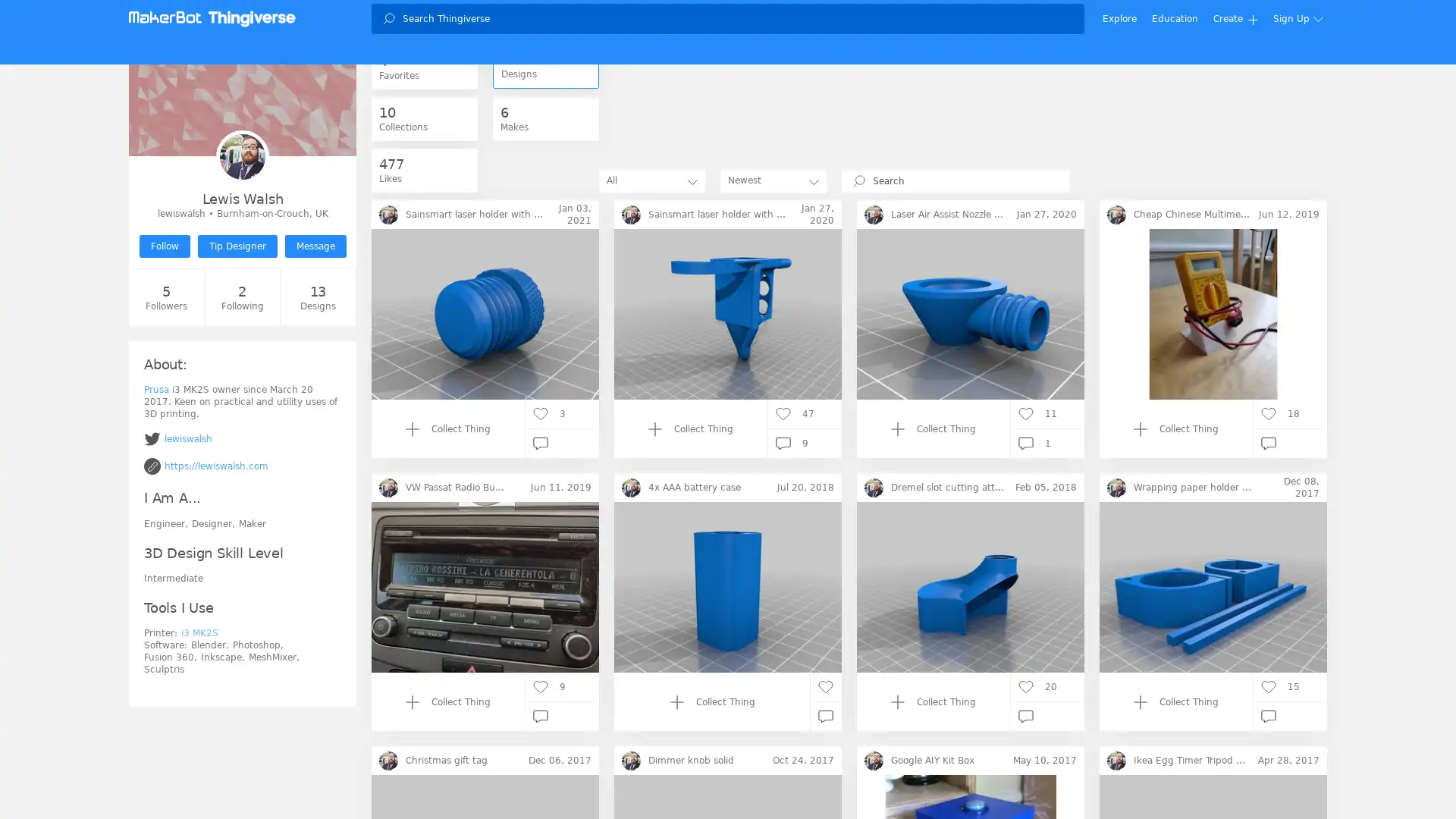 This screenshot has width=1456, height=819. I want to click on Newest, so click(773, 180).